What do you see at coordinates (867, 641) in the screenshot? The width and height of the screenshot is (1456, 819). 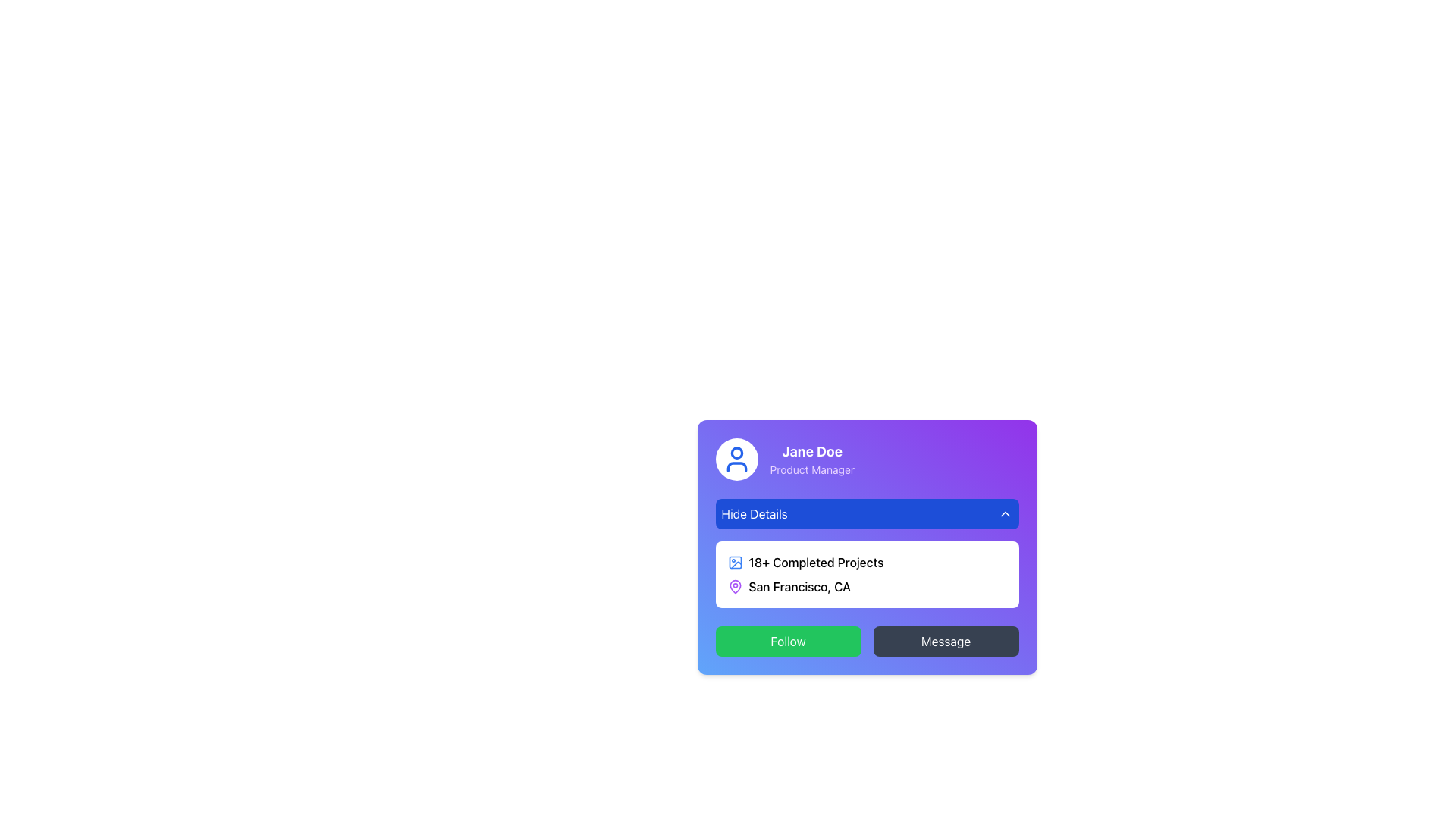 I see `the 'Follow' button, which is part of a horizontal button group with rounded corners located at the bottom of a profile overview card` at bounding box center [867, 641].